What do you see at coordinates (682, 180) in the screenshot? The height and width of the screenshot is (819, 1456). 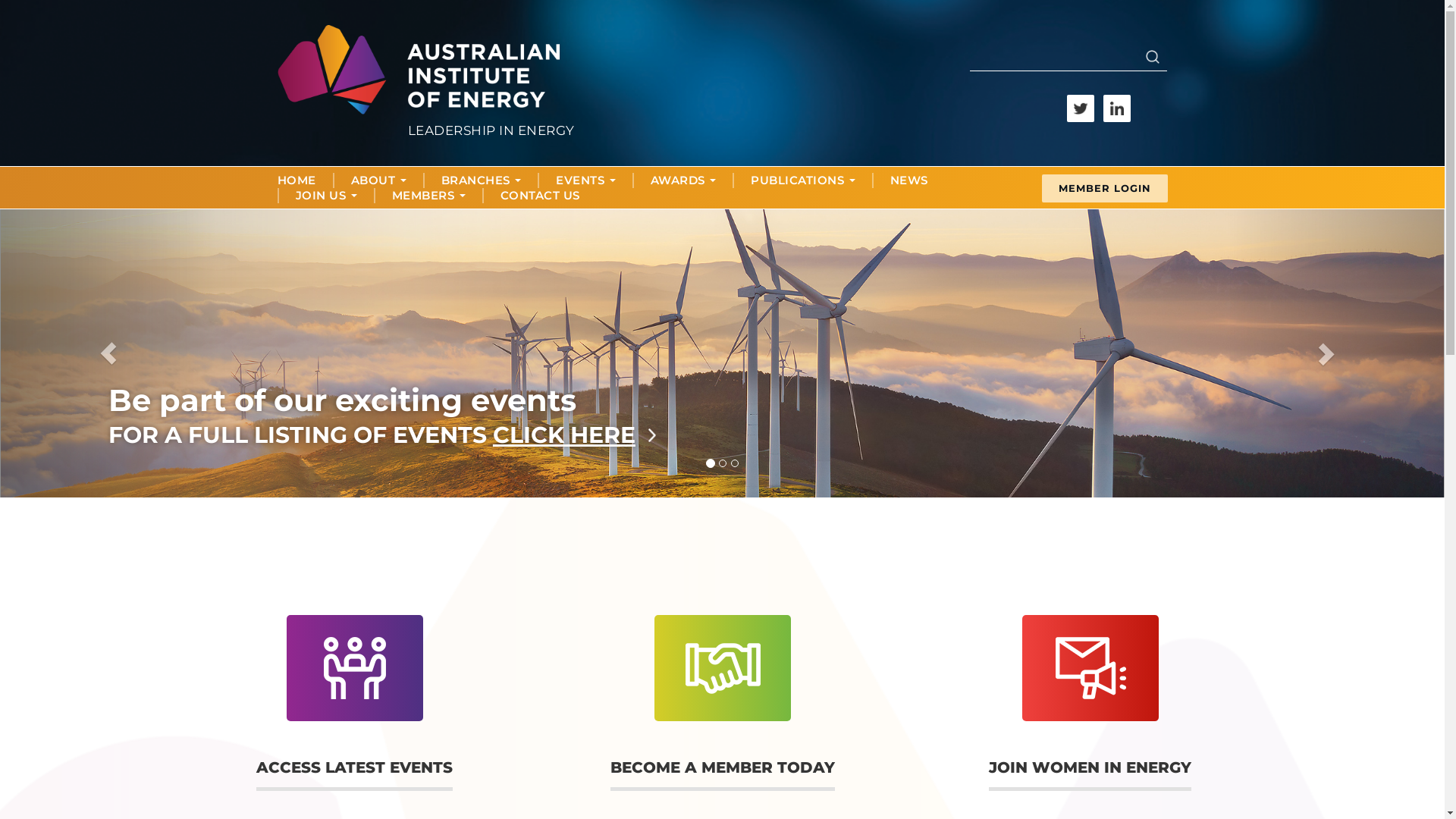 I see `'AWARDS'` at bounding box center [682, 180].